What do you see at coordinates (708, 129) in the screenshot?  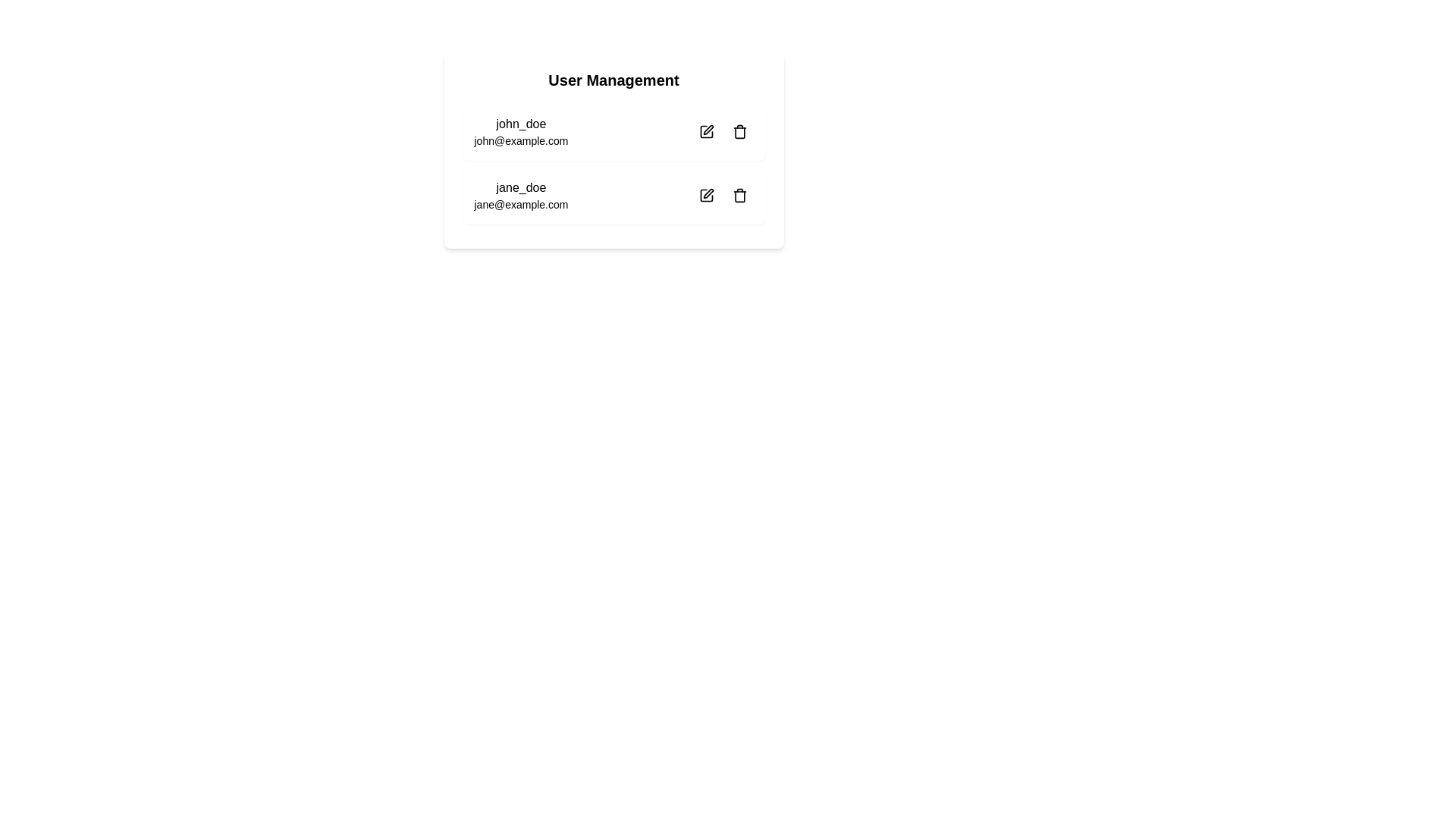 I see `the edit icon located next to the 'john_doe' user entry in the user management interface` at bounding box center [708, 129].